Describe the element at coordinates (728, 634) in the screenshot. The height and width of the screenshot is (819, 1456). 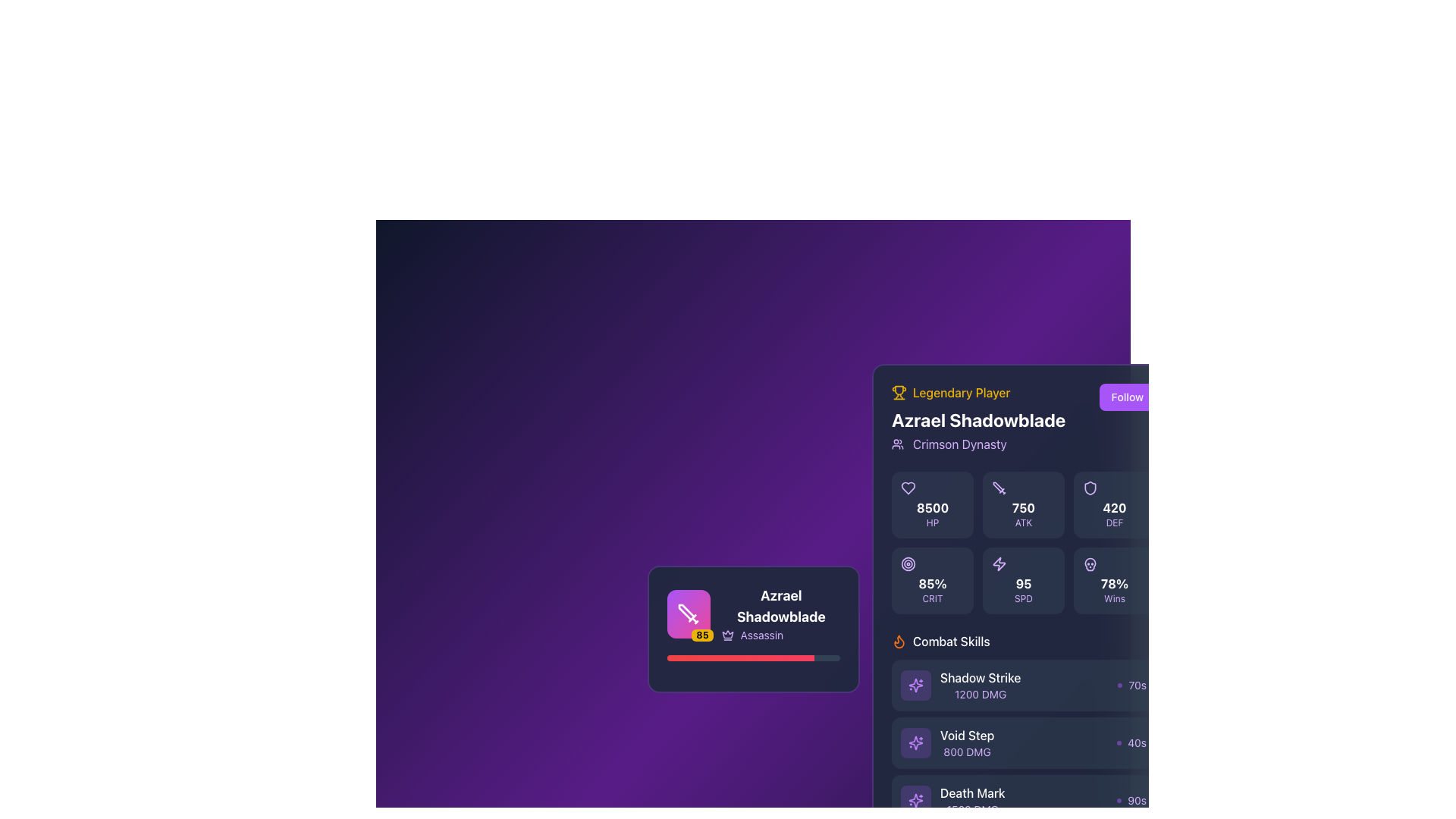
I see `the crown icon representing rank or achievement on the character card, located within the purple square icon on the left side of the interface` at that location.